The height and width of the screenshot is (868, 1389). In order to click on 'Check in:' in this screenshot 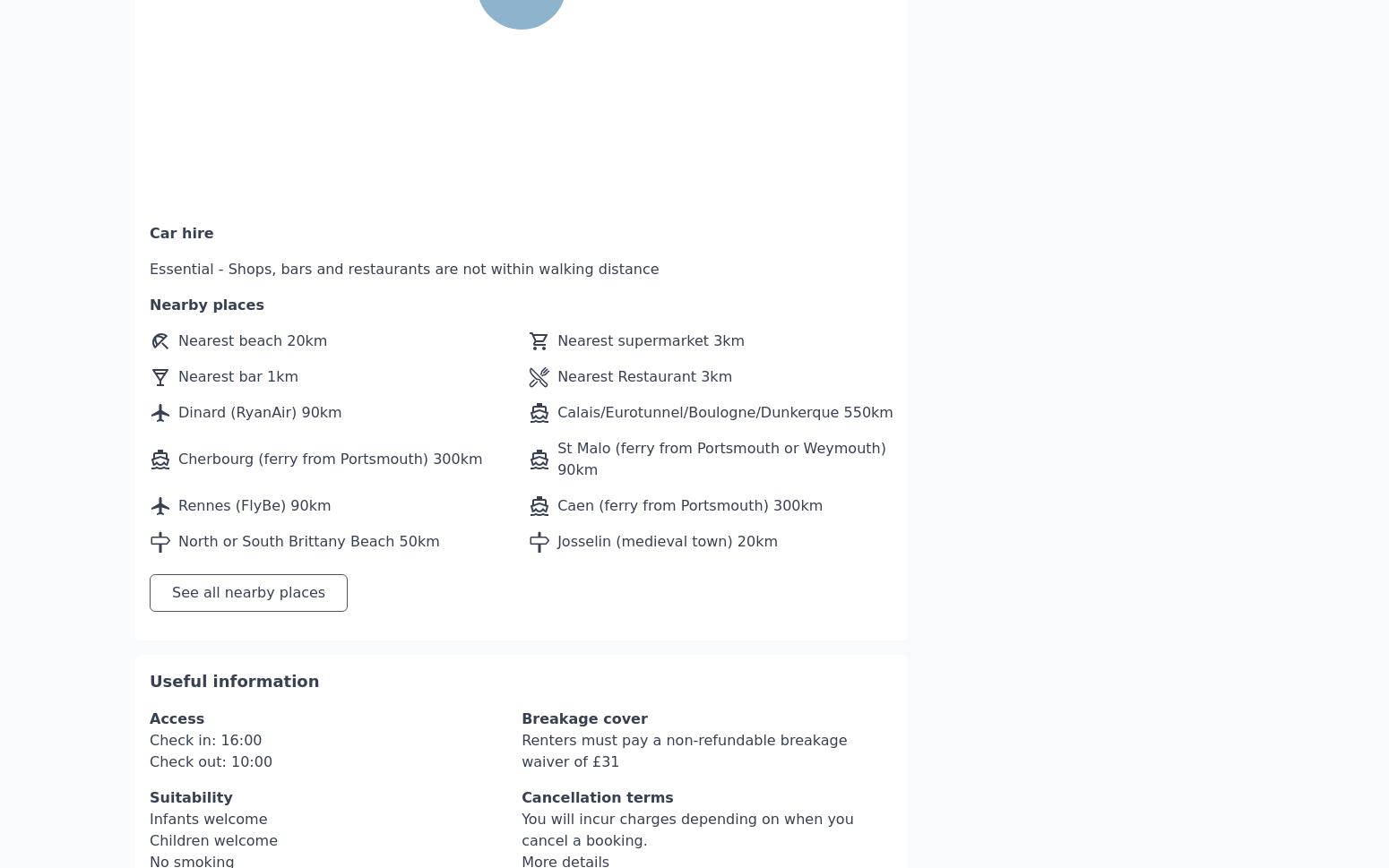, I will do `click(184, 685)`.